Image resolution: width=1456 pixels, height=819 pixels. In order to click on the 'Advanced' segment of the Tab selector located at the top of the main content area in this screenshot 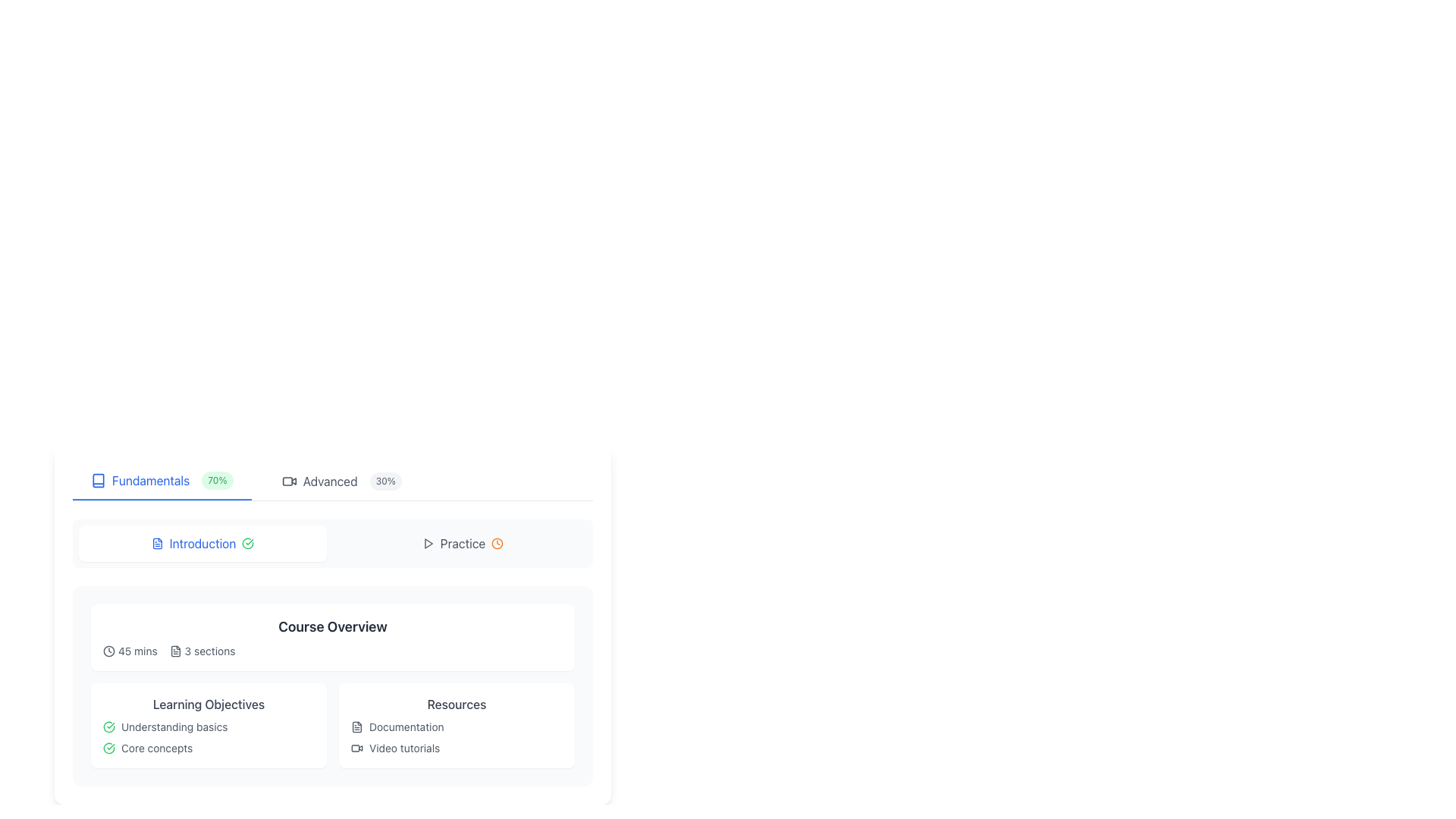, I will do `click(331, 482)`.